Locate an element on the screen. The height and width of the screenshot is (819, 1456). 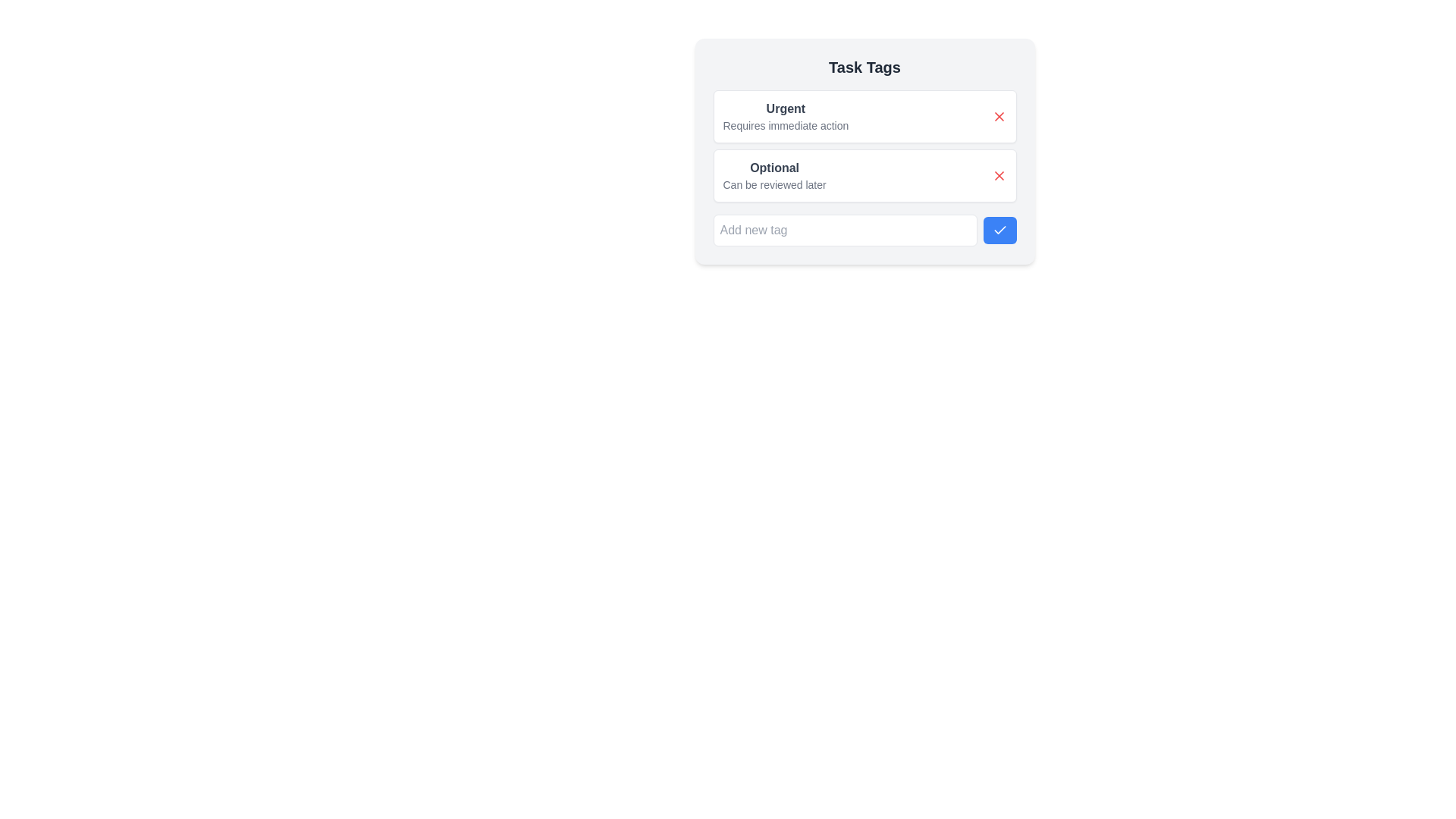
the descriptive text element located under the 'Optional' tag in the 'Task Tags' card, which provides information about optional items is located at coordinates (774, 184).